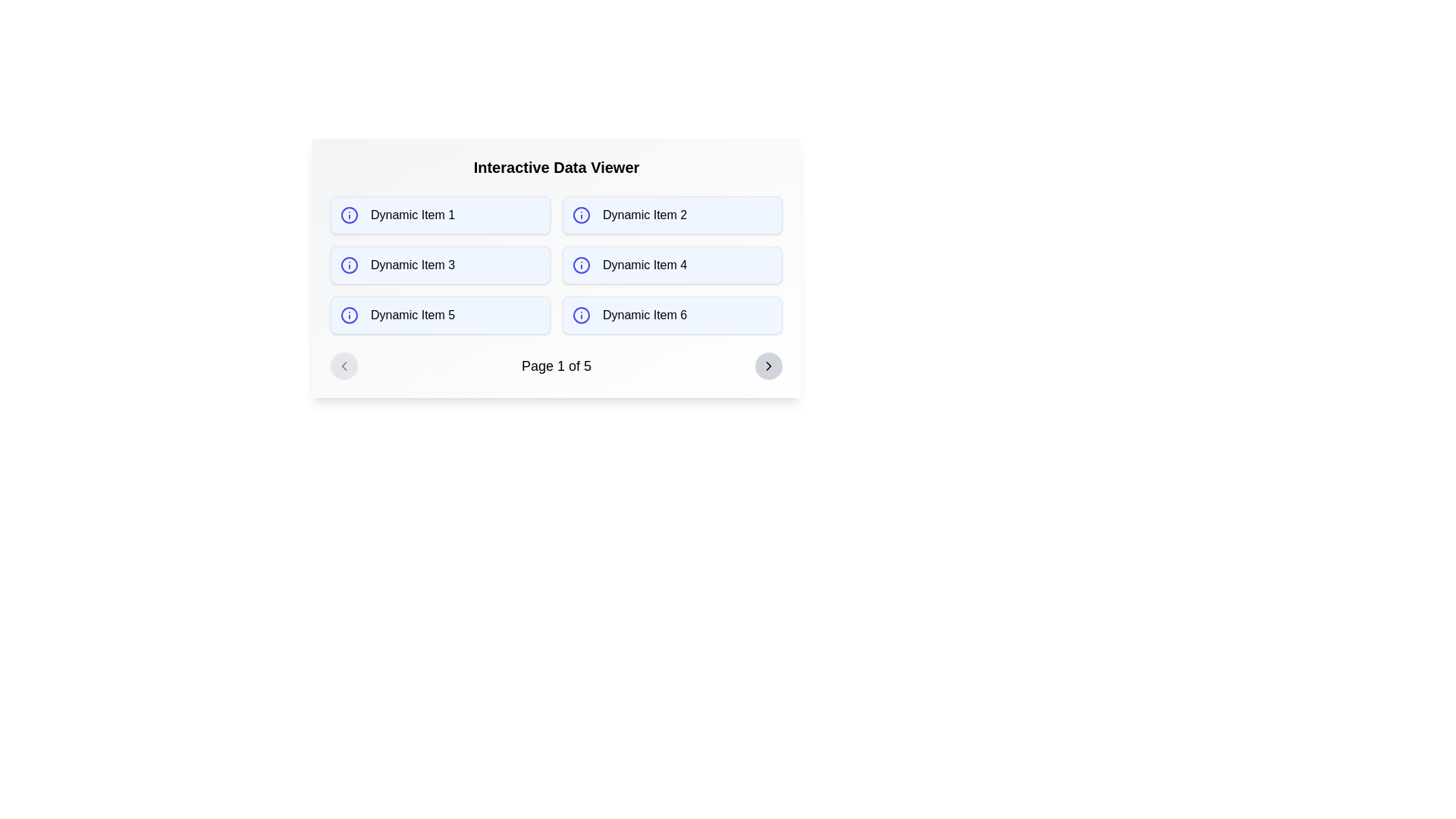 The height and width of the screenshot is (819, 1456). What do you see at coordinates (556, 366) in the screenshot?
I see `the page indicator label located in the central section of the footer bar, which displays the current page number and total pages available` at bounding box center [556, 366].